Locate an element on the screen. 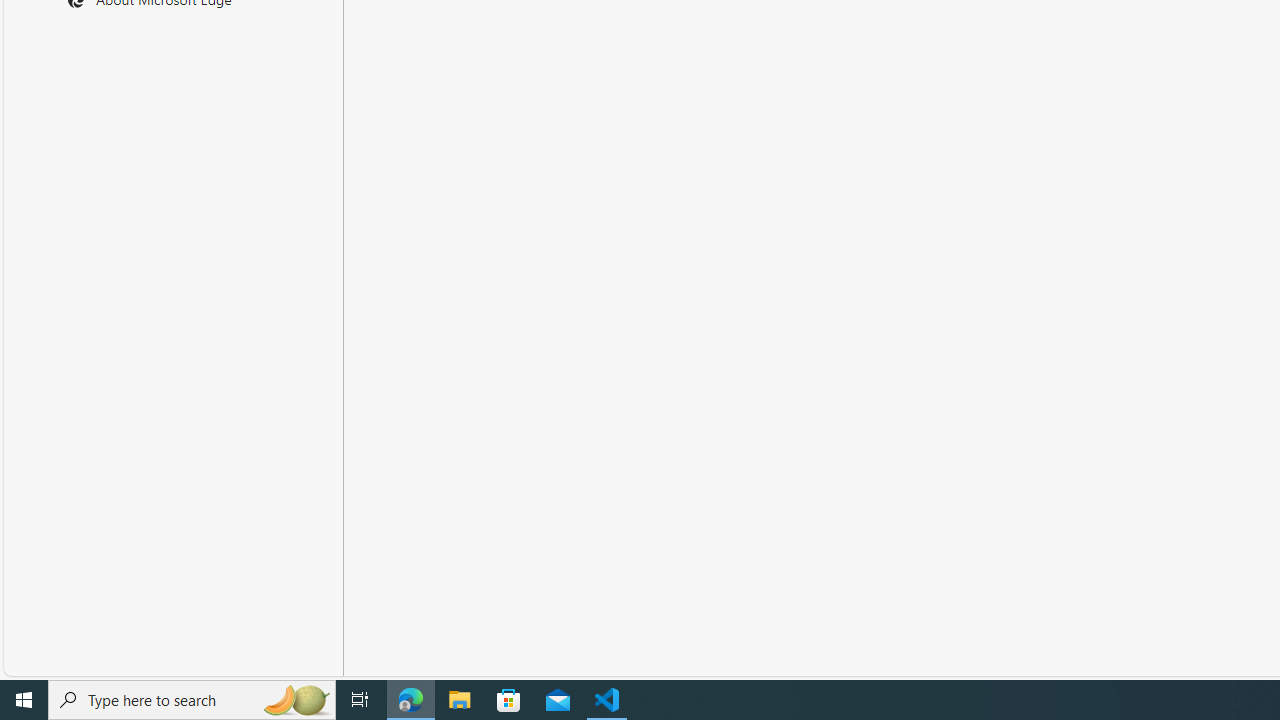 The height and width of the screenshot is (720, 1280). 'Search highlights icon opens search home window' is located at coordinates (294, 698).